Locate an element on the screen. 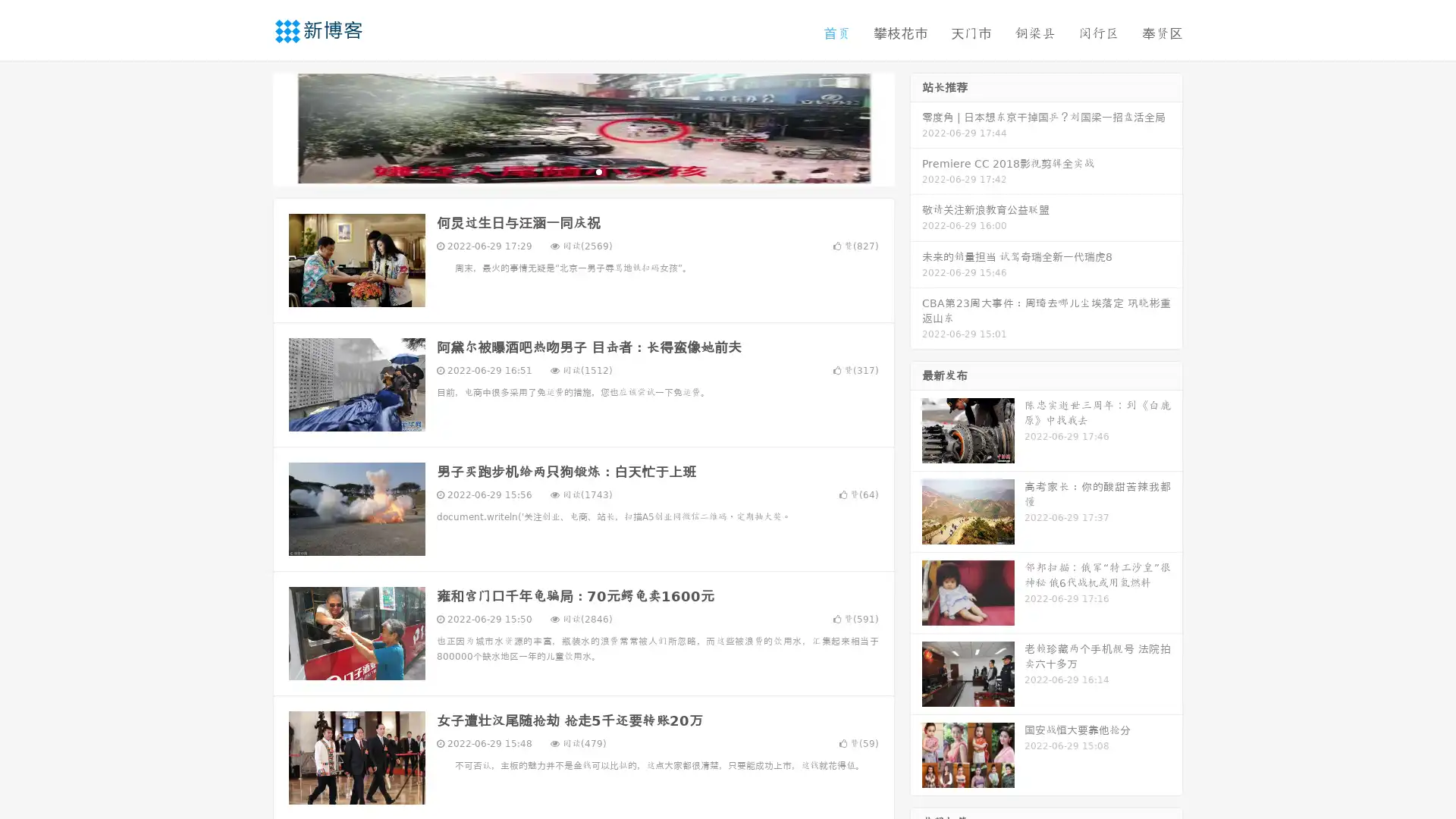 This screenshot has width=1456, height=819. Go to slide 2 is located at coordinates (582, 171).